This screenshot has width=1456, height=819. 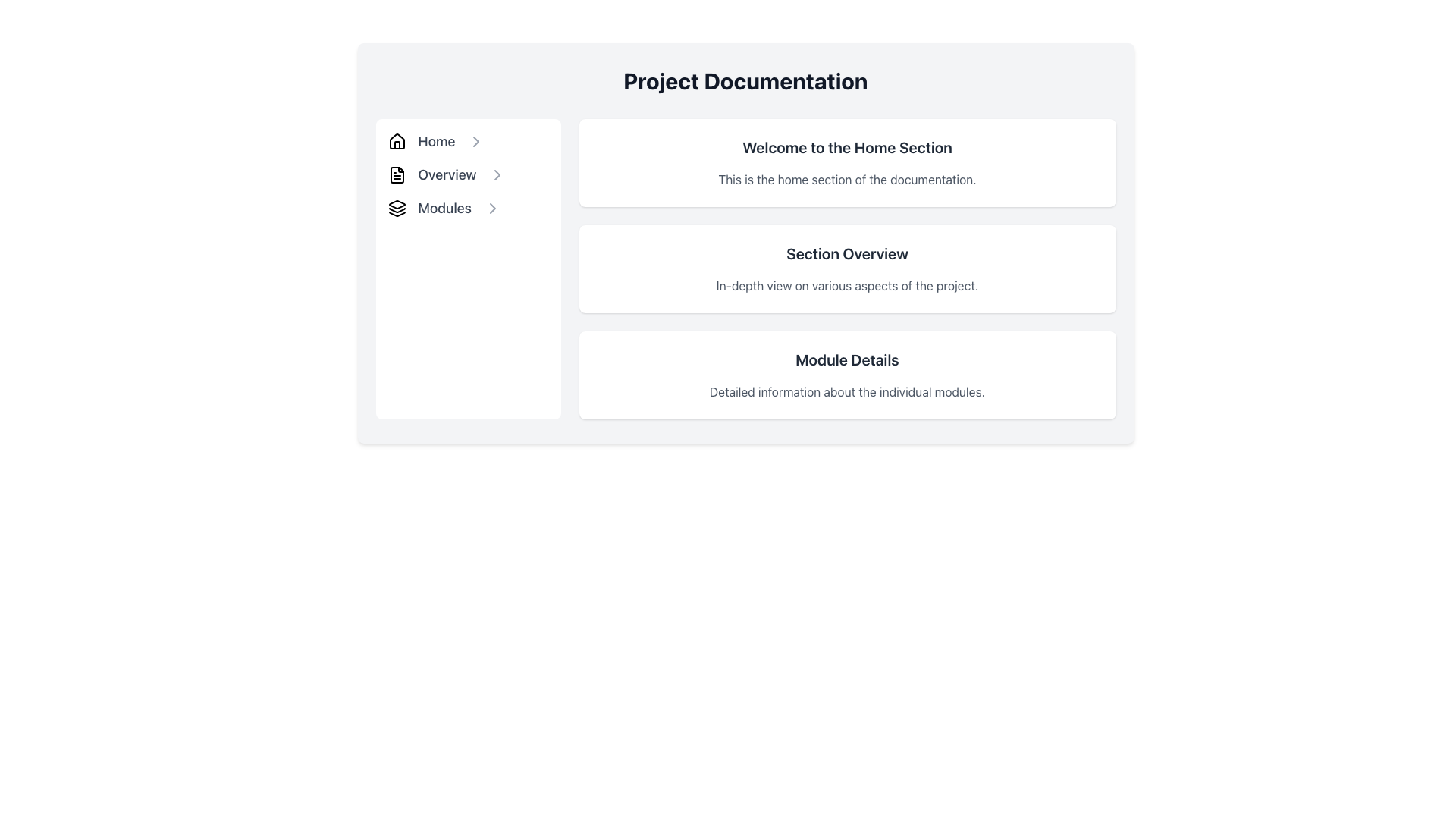 What do you see at coordinates (444, 208) in the screenshot?
I see `the 'Modules' interactive text link in the left sidebar` at bounding box center [444, 208].